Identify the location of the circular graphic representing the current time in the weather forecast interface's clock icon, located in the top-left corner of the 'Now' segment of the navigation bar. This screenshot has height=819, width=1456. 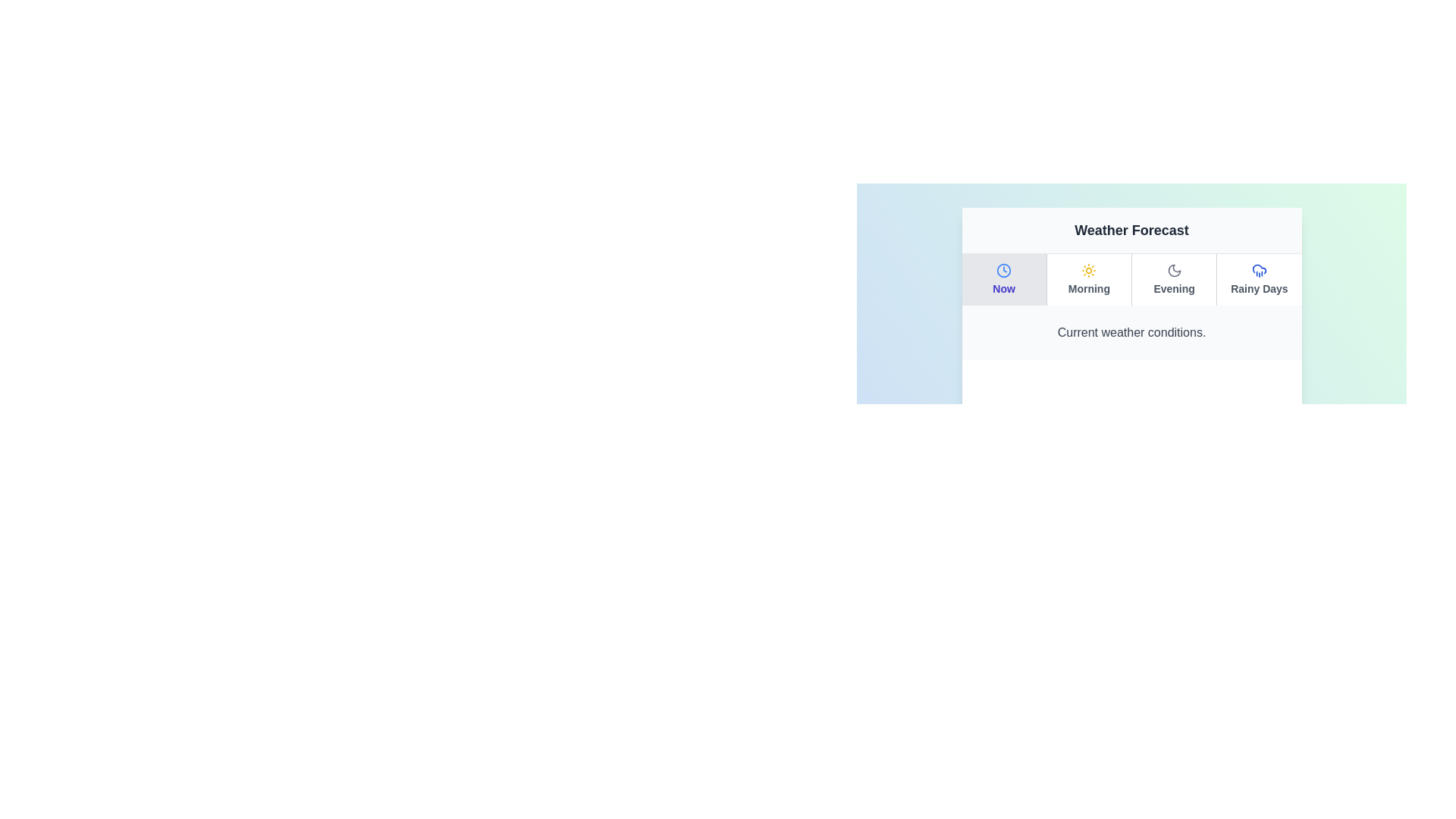
(1004, 270).